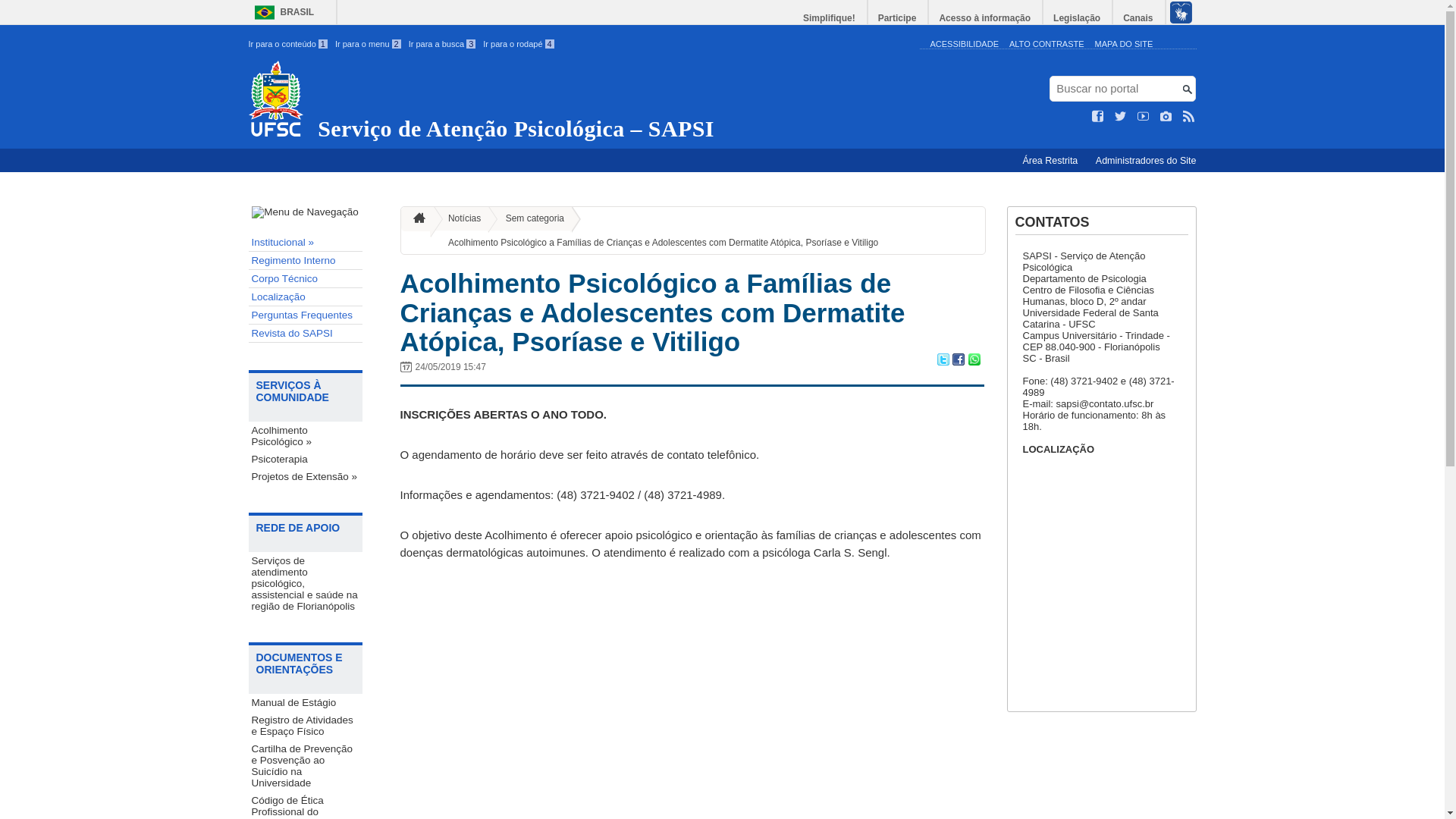 The height and width of the screenshot is (819, 1456). What do you see at coordinates (305, 259) in the screenshot?
I see `'Regimento Interno'` at bounding box center [305, 259].